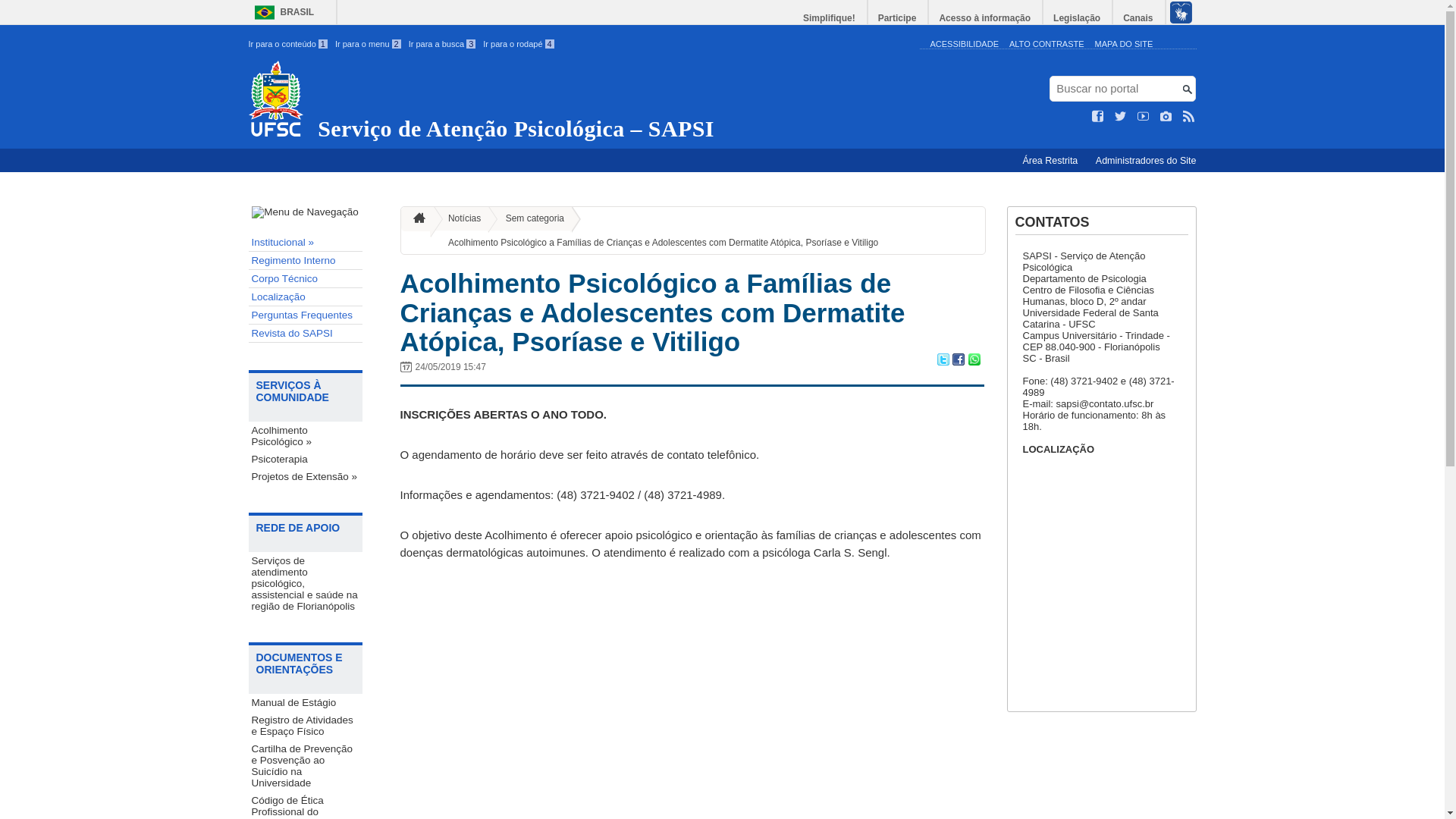 The height and width of the screenshot is (819, 1456). What do you see at coordinates (305, 259) in the screenshot?
I see `'Regimento Interno'` at bounding box center [305, 259].